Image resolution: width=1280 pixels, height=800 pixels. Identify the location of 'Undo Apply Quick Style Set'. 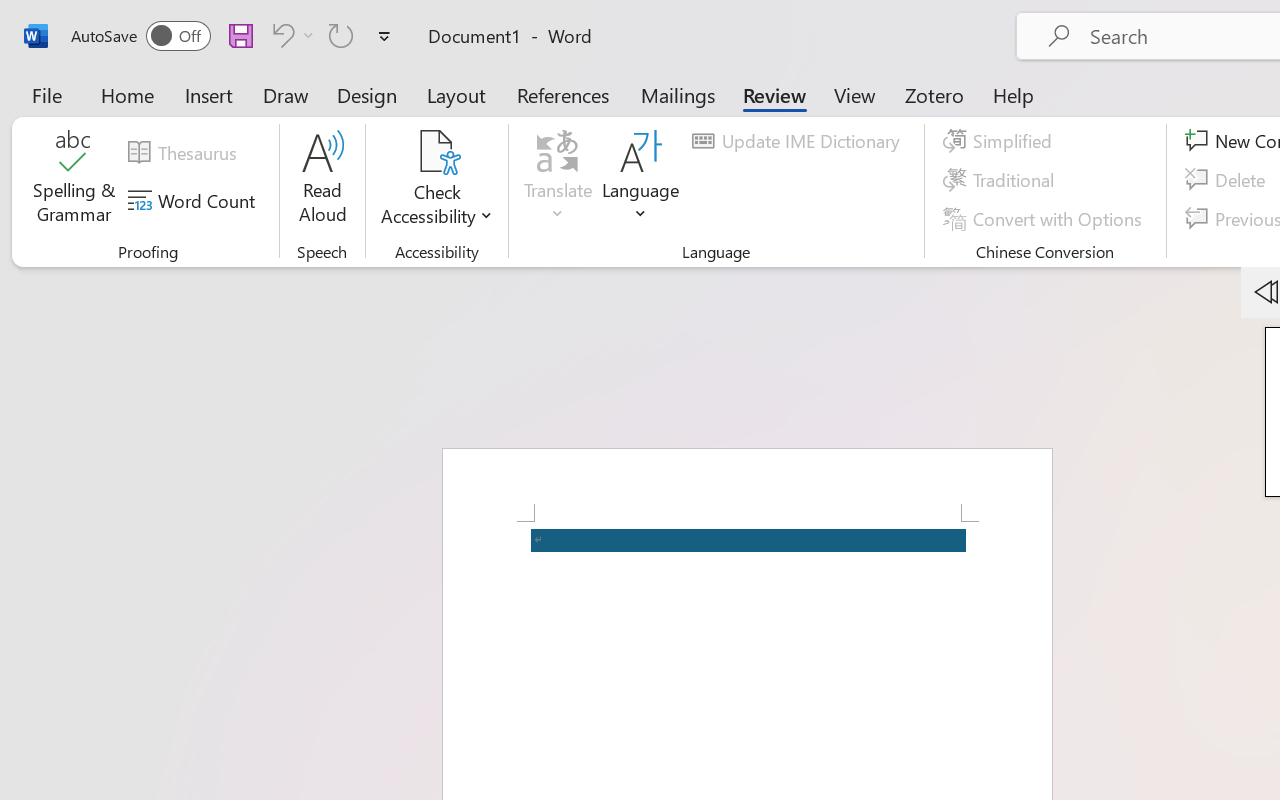
(289, 34).